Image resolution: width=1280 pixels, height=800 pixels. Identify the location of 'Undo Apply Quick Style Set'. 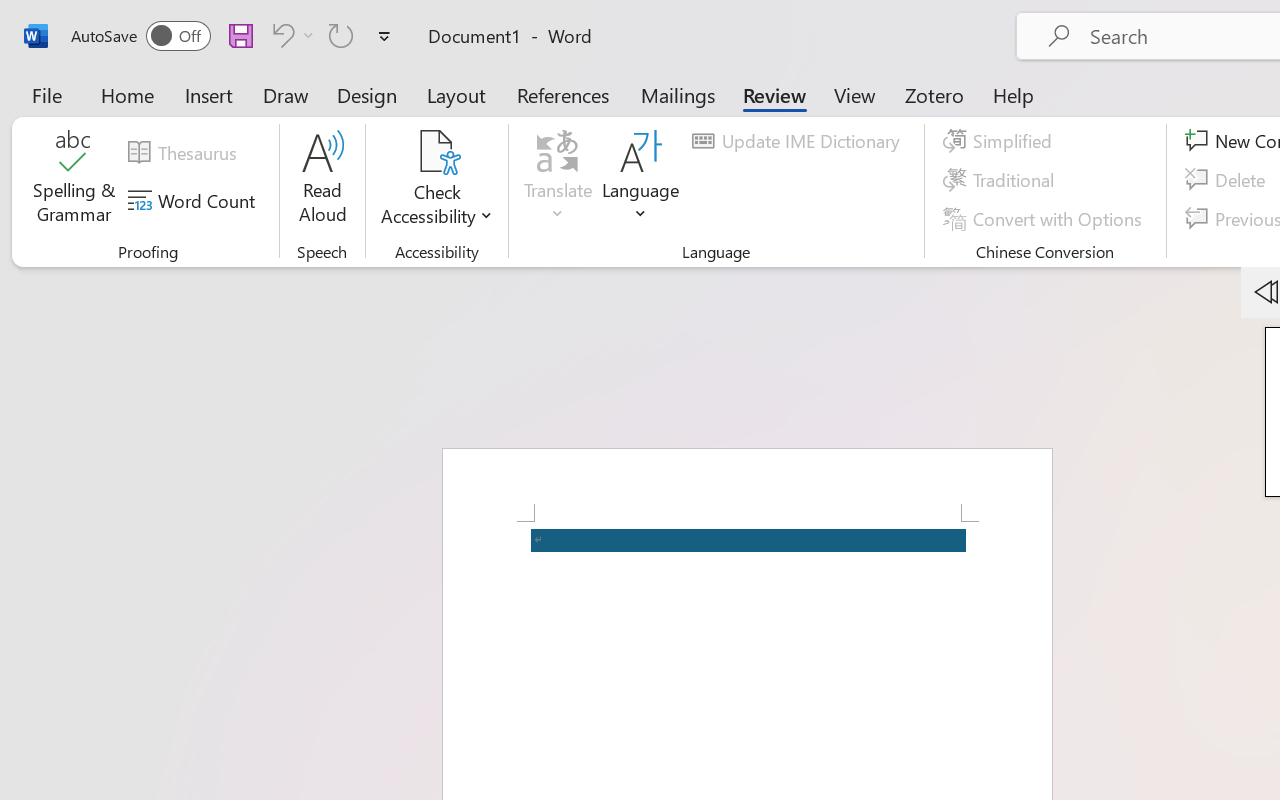
(289, 34).